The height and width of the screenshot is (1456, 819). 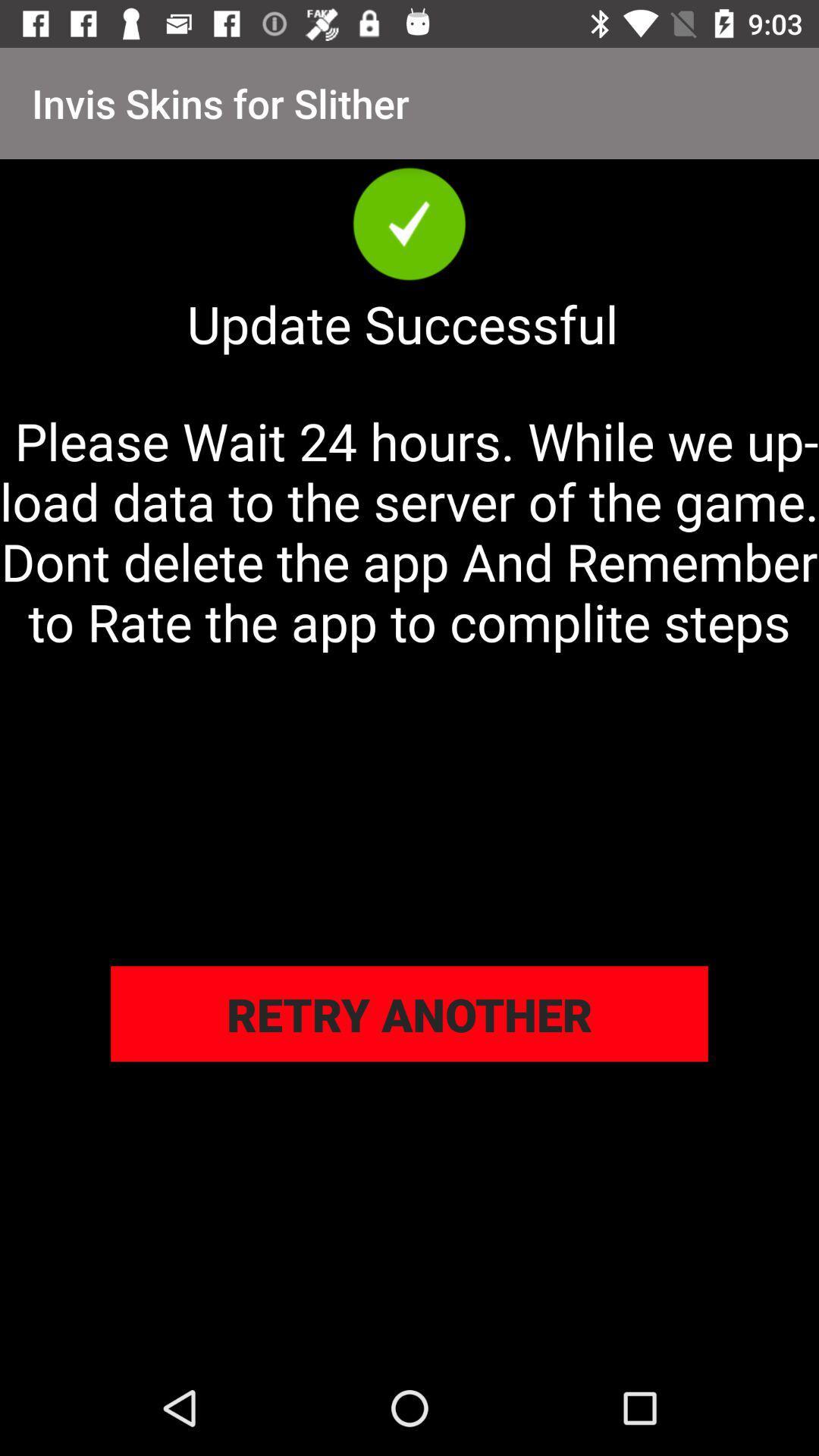 I want to click on icon below please wait 24 icon, so click(x=409, y=1014).